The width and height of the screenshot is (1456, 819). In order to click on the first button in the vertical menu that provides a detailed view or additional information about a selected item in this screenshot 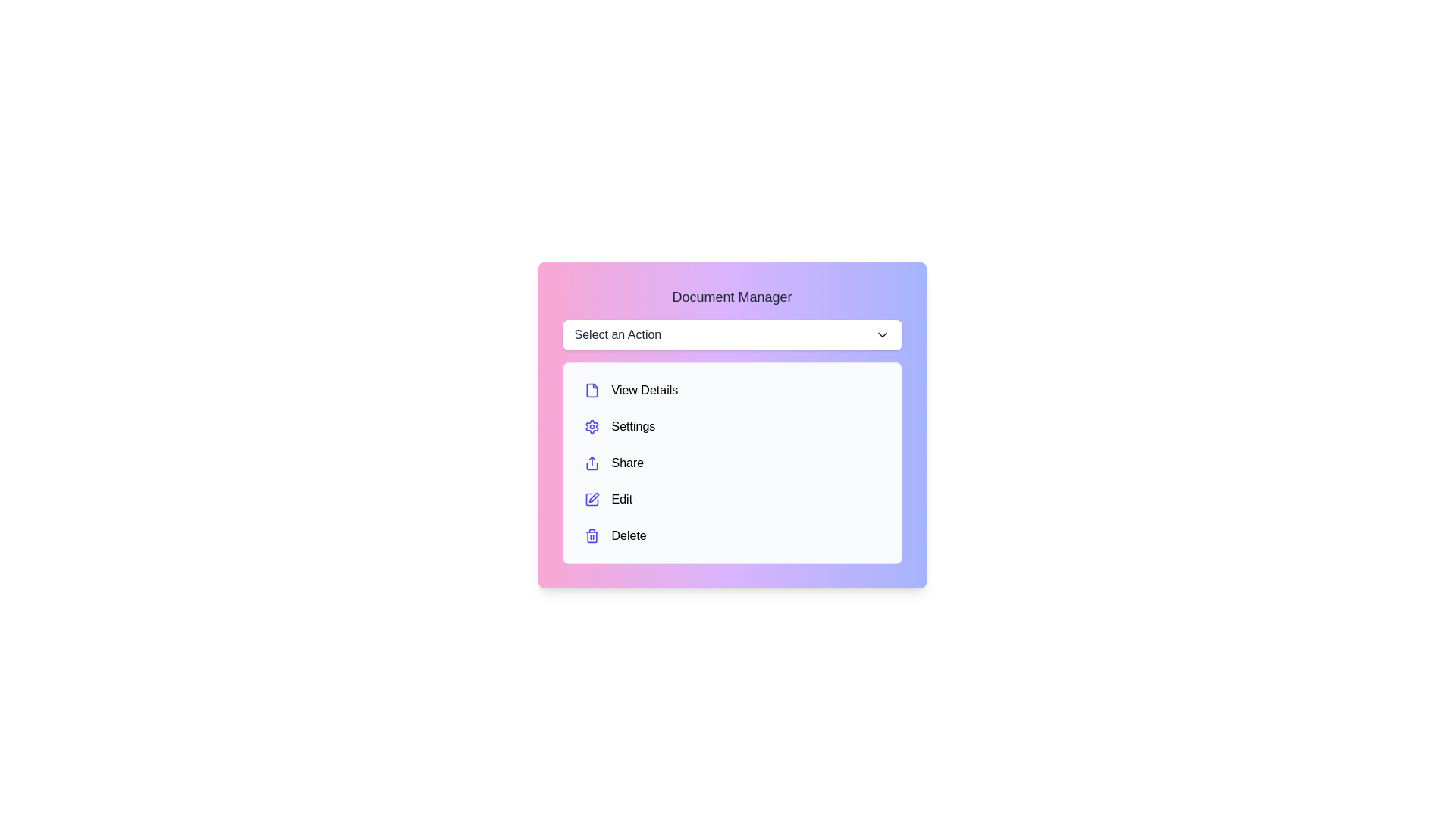, I will do `click(732, 390)`.